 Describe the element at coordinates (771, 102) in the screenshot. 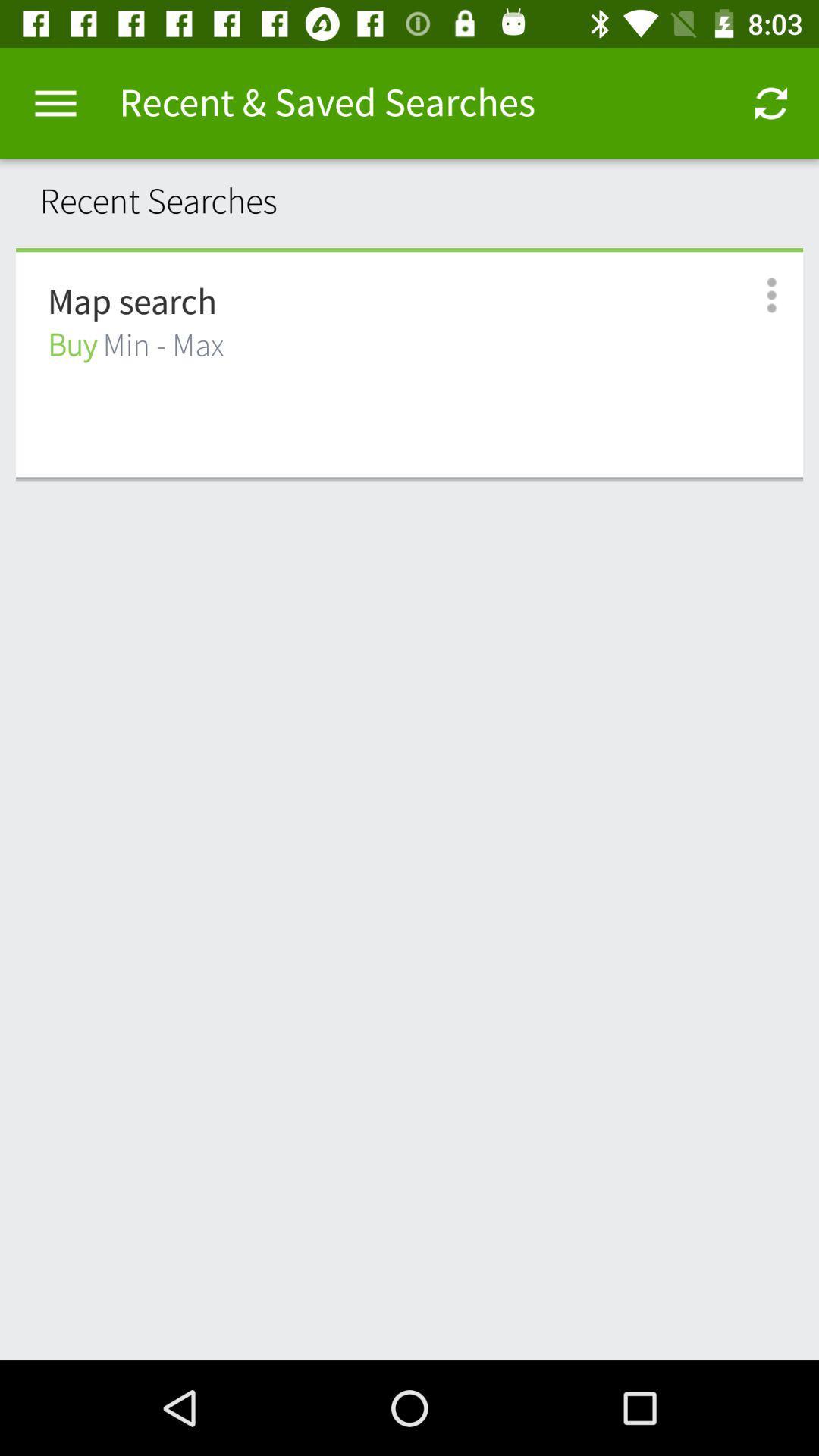

I see `the item next to the recent & saved searches` at that location.